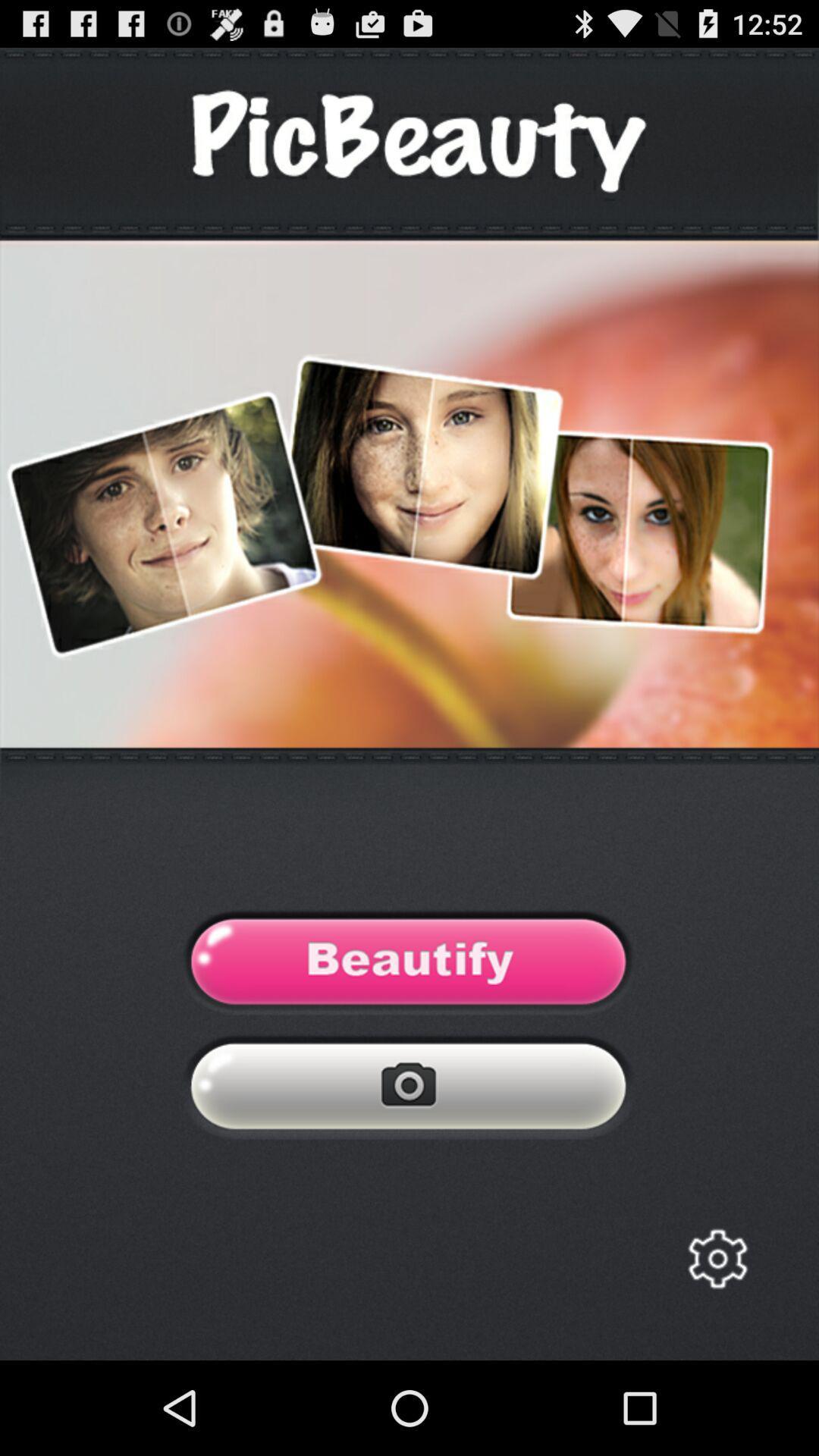 The height and width of the screenshot is (1456, 819). What do you see at coordinates (408, 1090) in the screenshot?
I see `the button is used to take photo` at bounding box center [408, 1090].